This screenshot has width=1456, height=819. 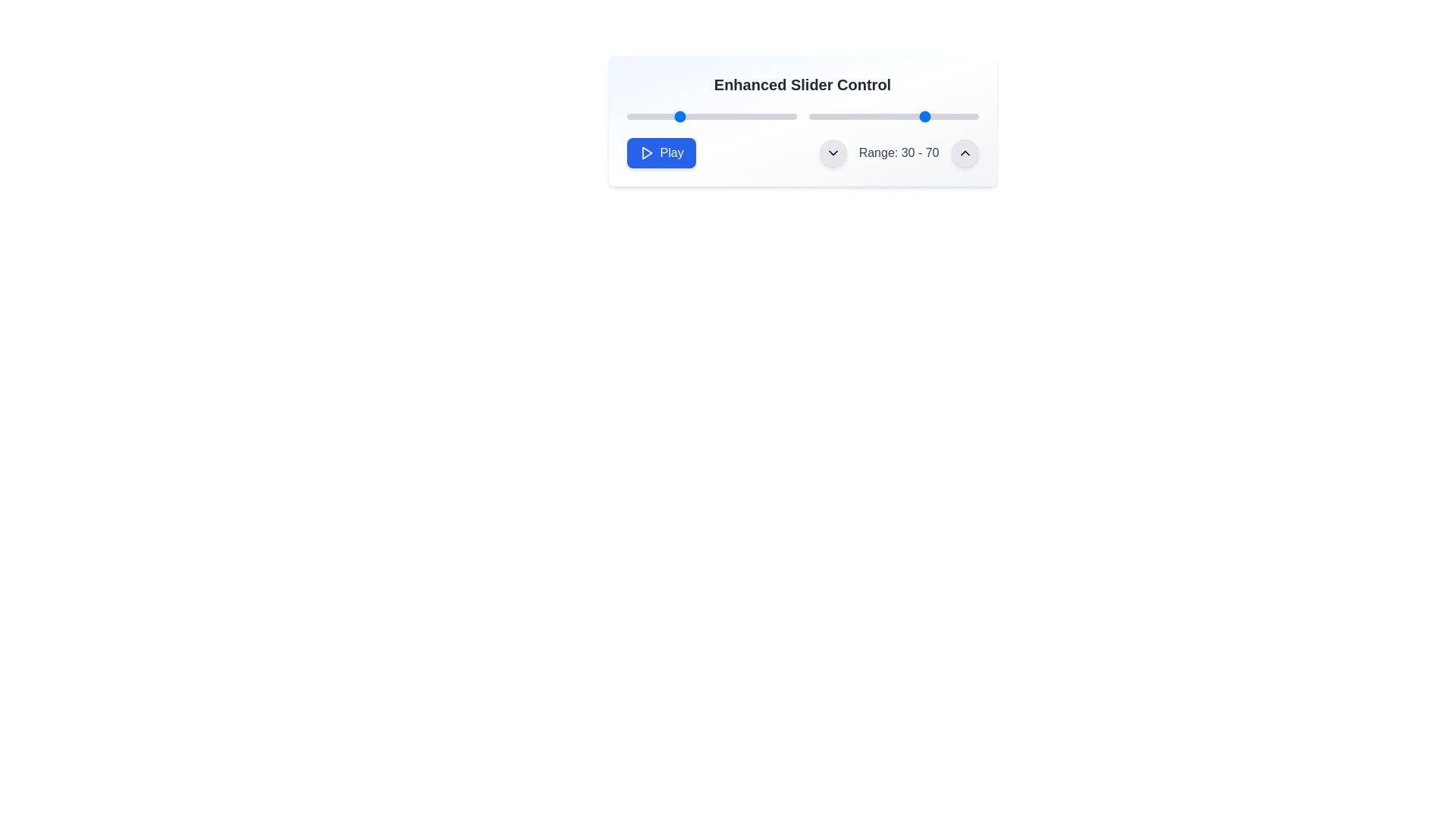 I want to click on the slider, so click(x=626, y=116).